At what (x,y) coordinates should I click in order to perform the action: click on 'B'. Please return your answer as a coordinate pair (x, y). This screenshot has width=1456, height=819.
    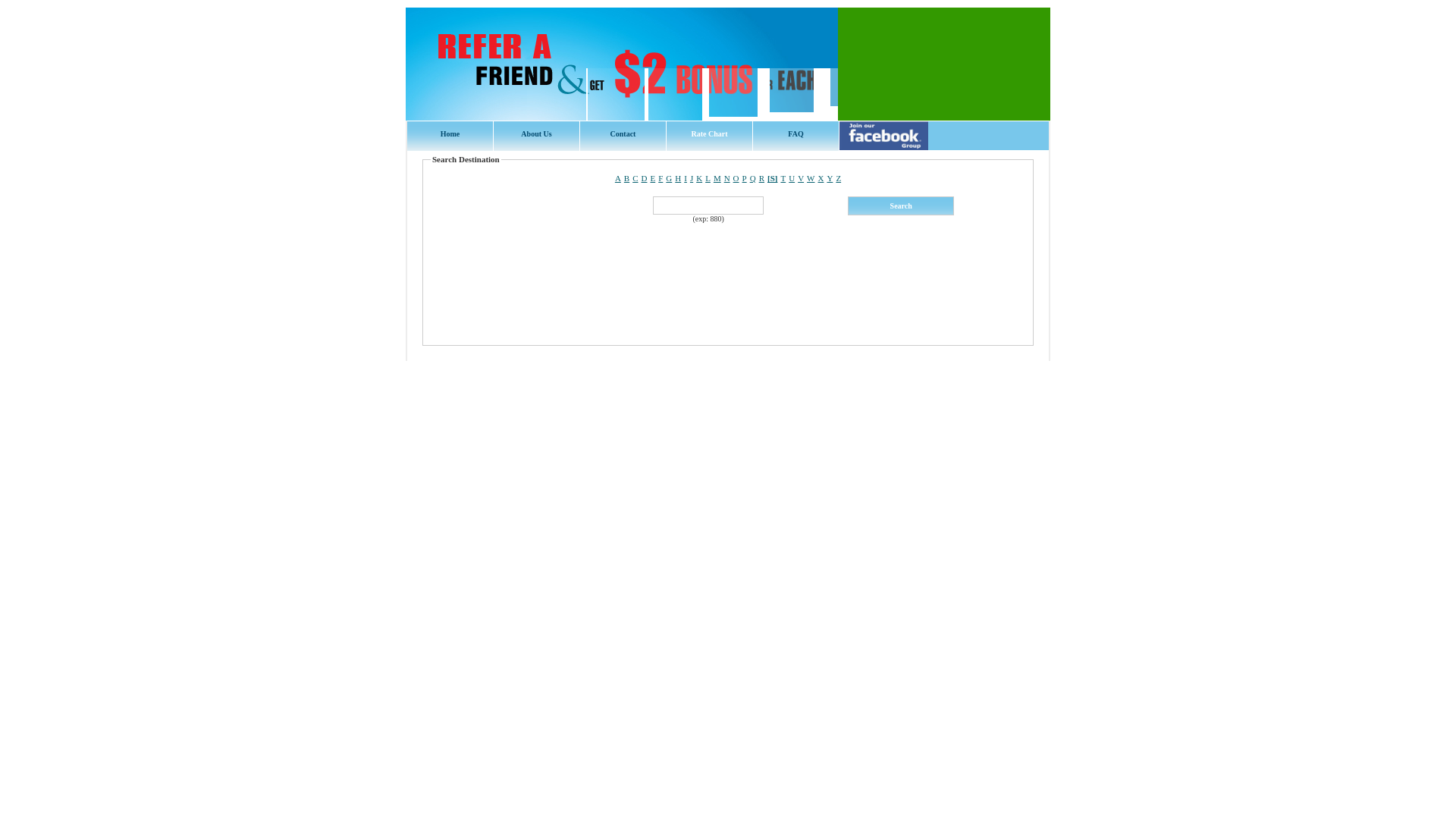
    Looking at the image, I should click on (626, 177).